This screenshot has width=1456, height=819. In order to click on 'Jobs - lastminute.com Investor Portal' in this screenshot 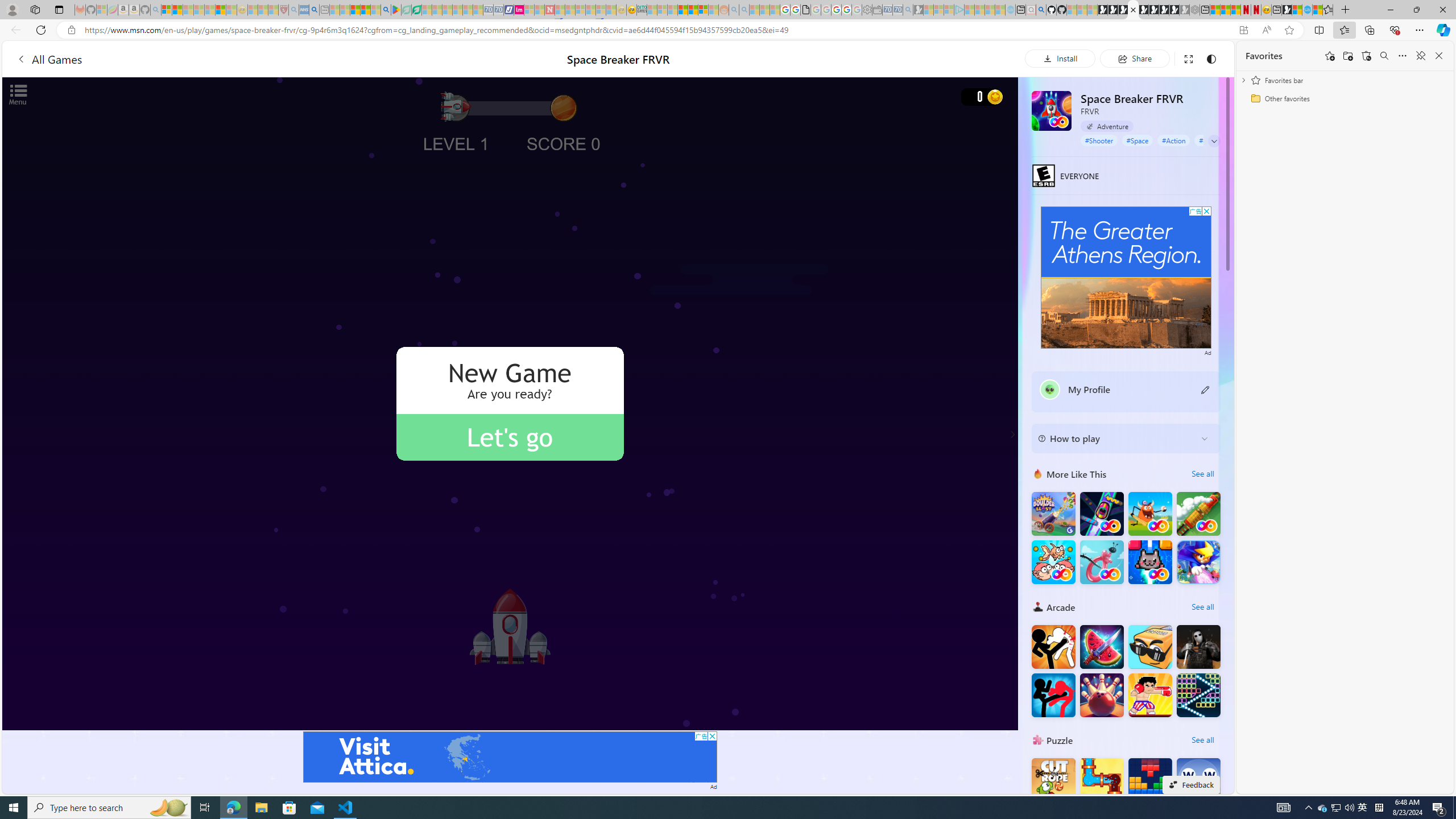, I will do `click(519, 9)`.